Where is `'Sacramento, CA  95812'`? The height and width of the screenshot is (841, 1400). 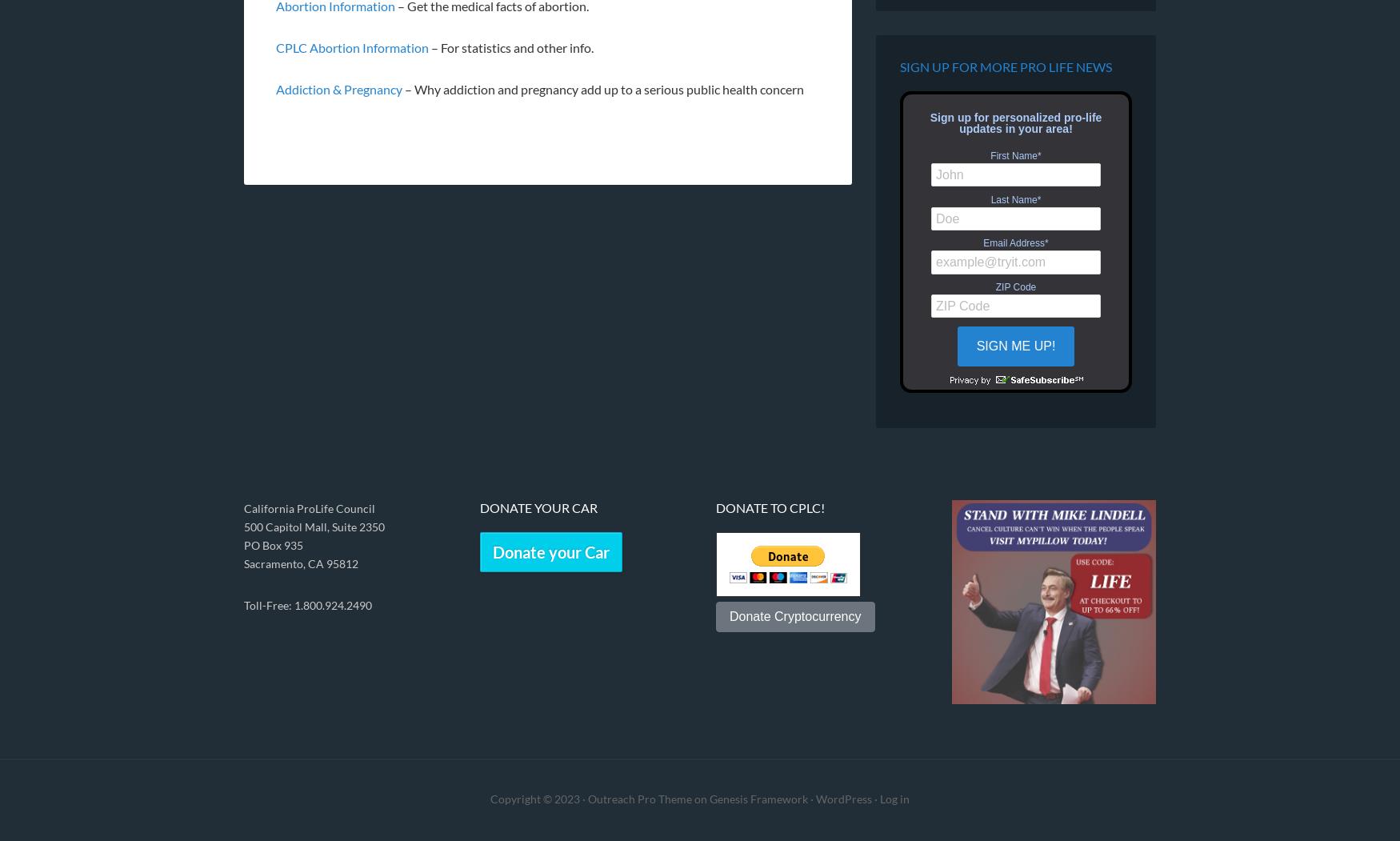 'Sacramento, CA  95812' is located at coordinates (243, 562).